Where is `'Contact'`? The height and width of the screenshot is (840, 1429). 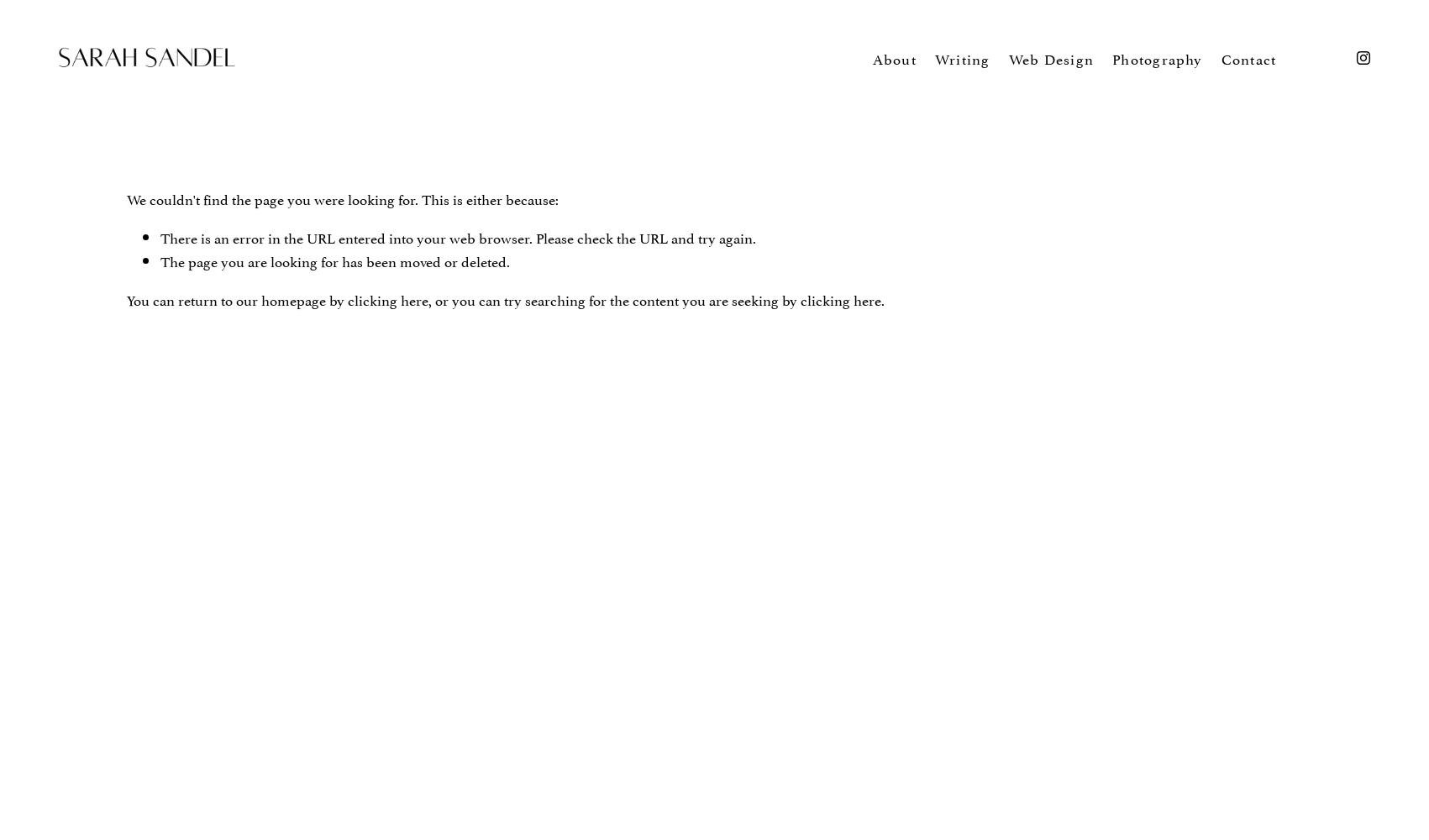
'Contact' is located at coordinates (1248, 56).